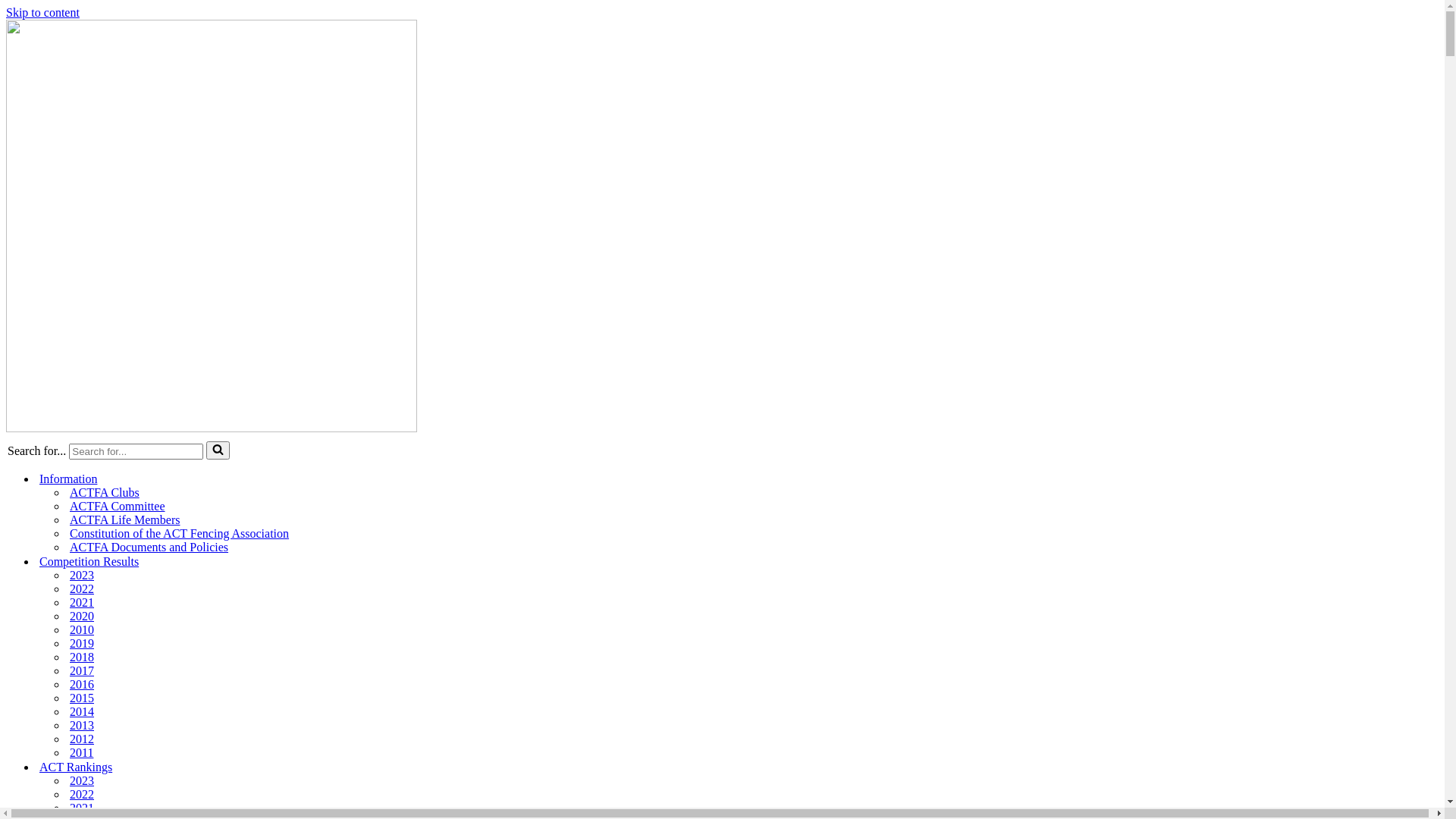 The width and height of the screenshot is (1456, 819). I want to click on '2023', so click(81, 780).